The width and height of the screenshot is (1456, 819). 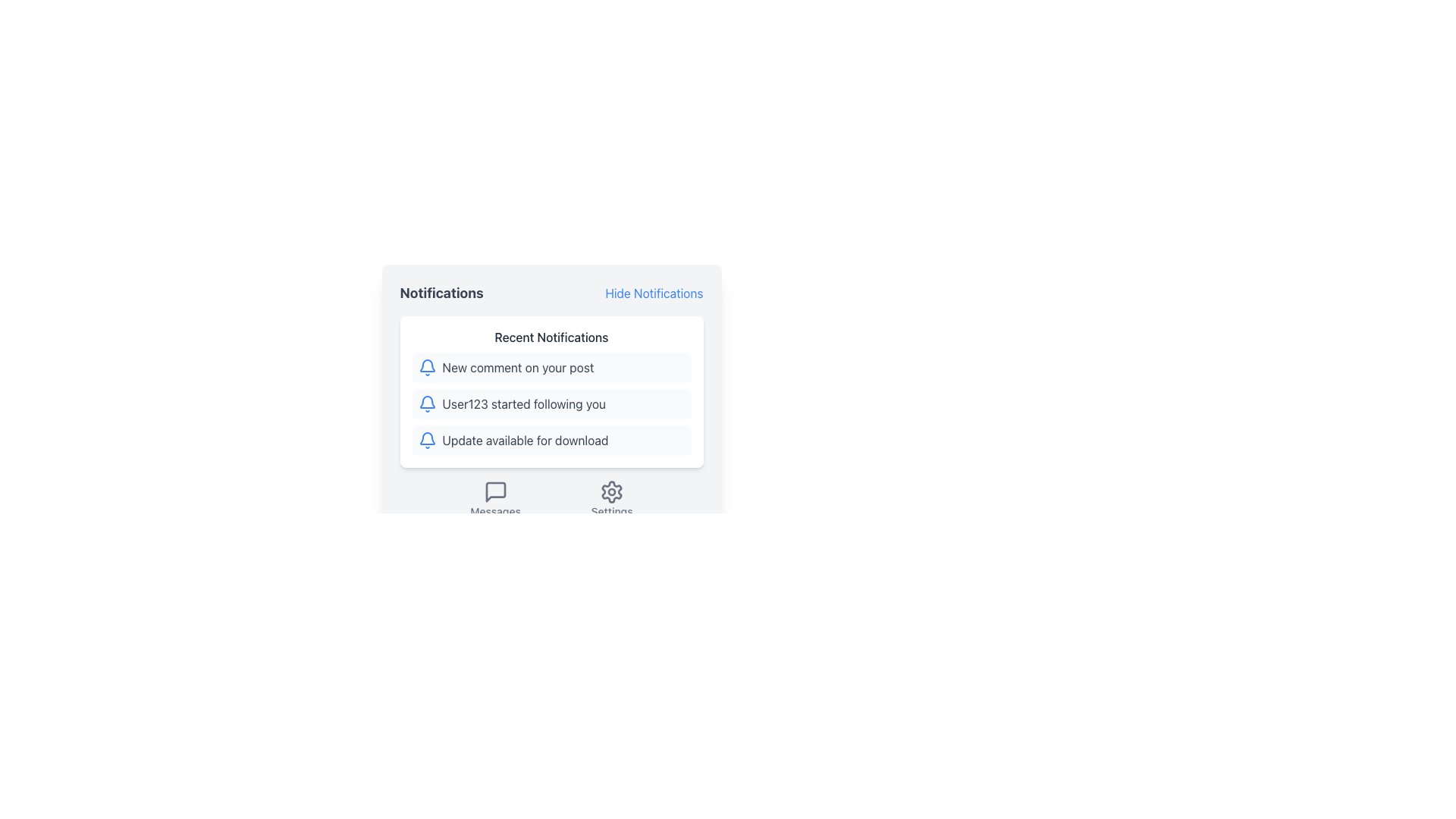 I want to click on the first notification item in the vertical list of notifications, which informs the user about a new comment on their post, so click(x=551, y=368).